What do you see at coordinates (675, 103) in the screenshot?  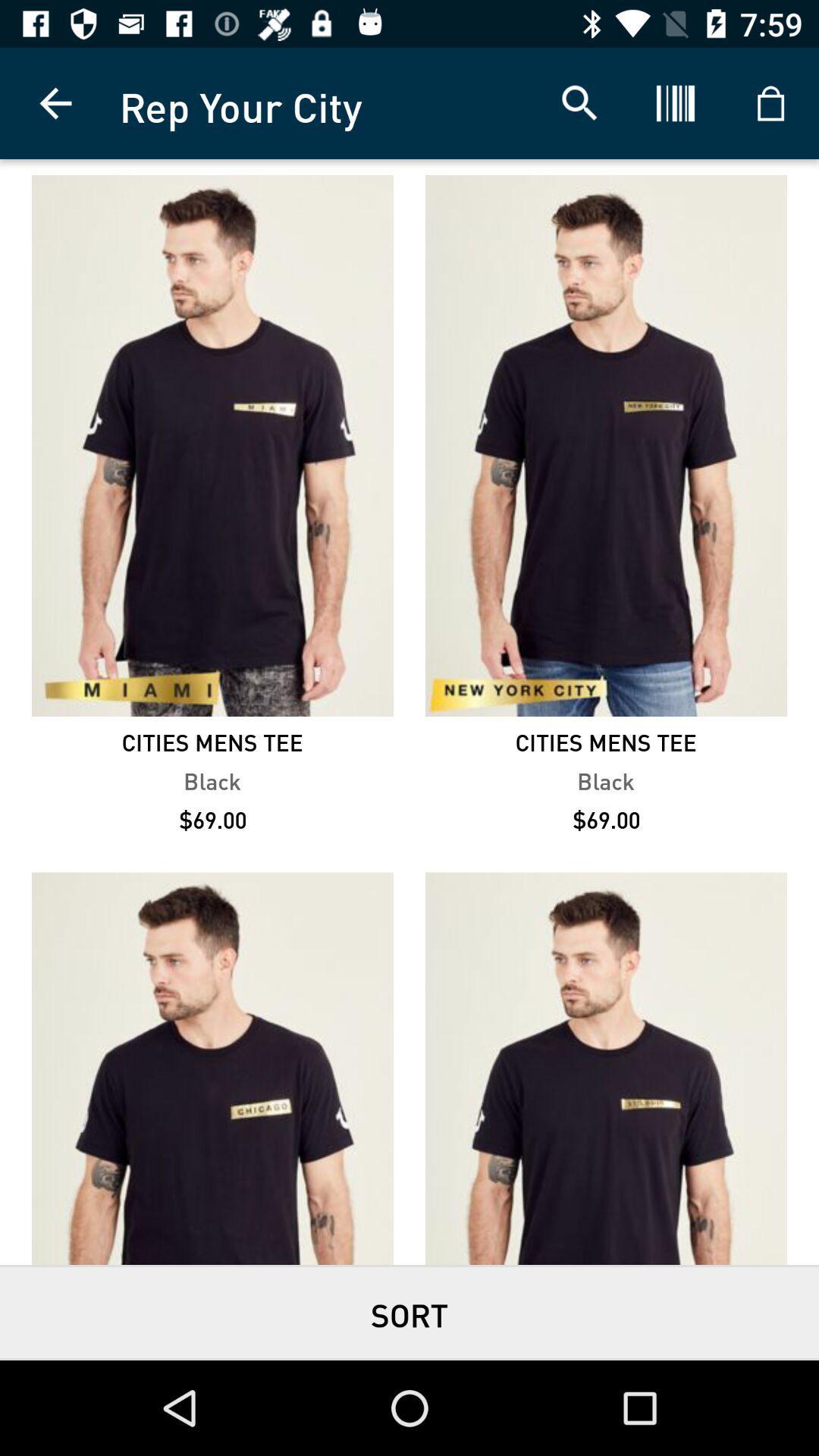 I see `the text icon which is right side of search bar` at bounding box center [675, 103].